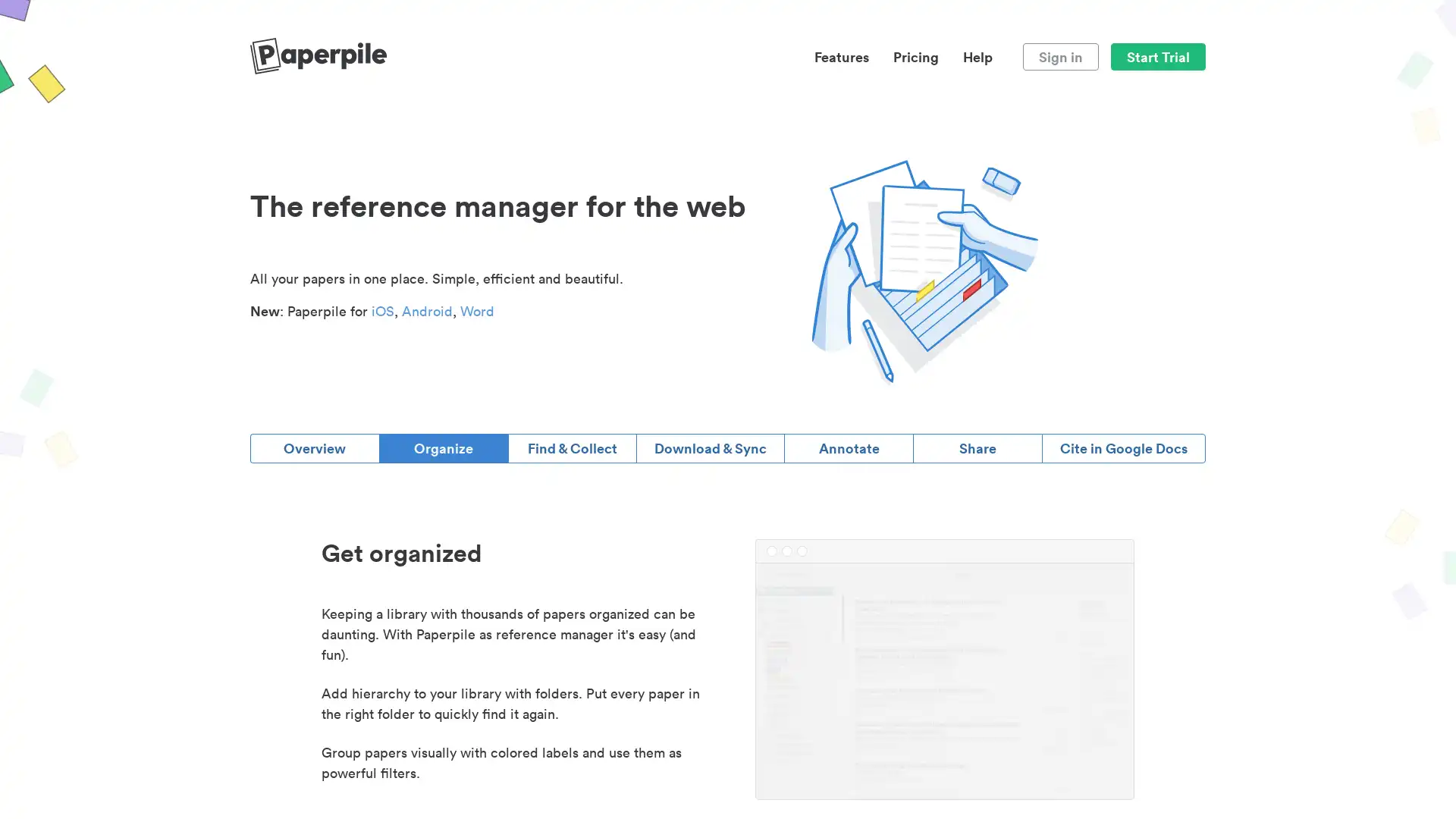 The image size is (1456, 819). I want to click on Sign in, so click(1059, 55).